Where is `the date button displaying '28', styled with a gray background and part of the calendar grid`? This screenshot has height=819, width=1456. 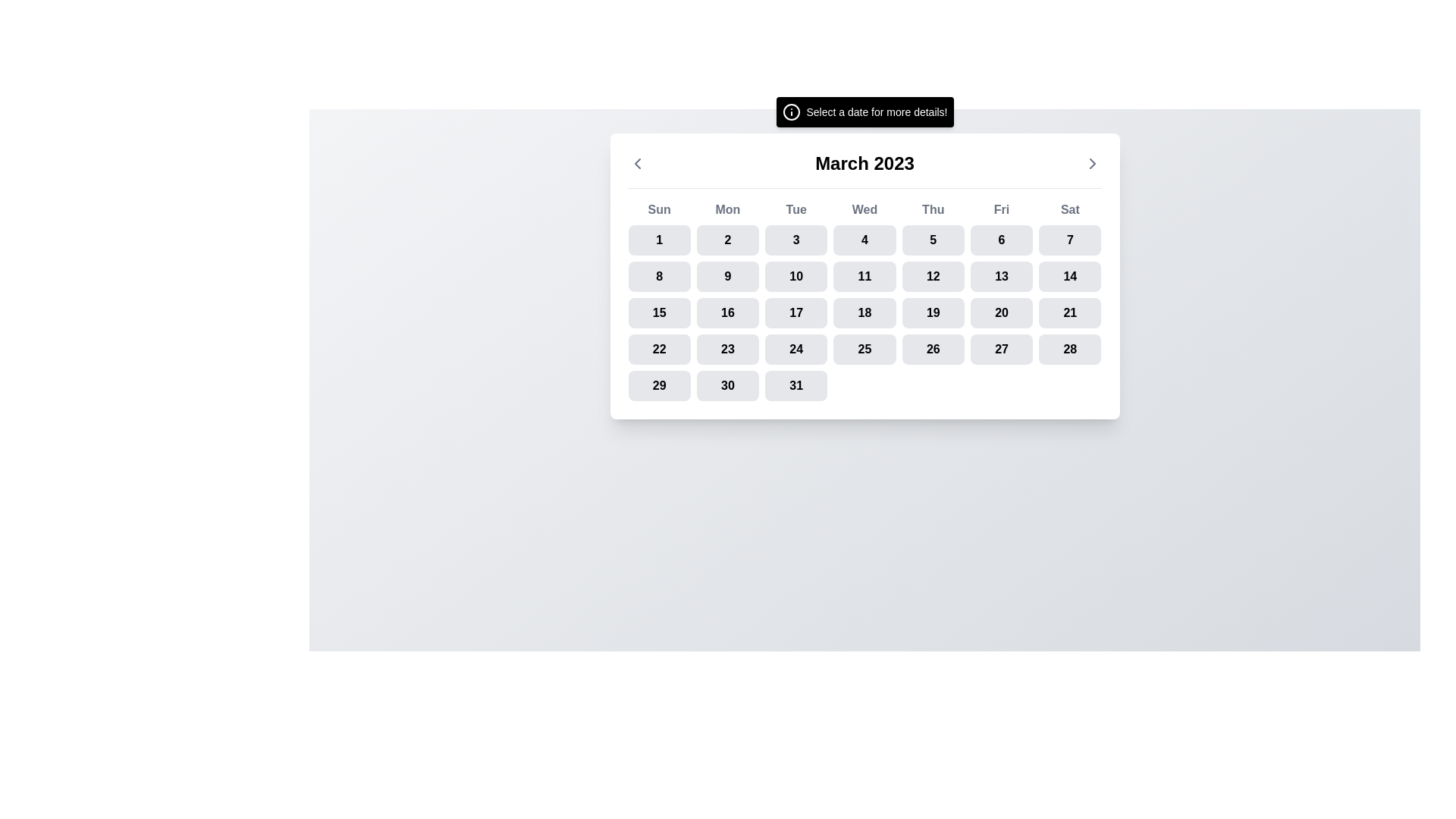
the date button displaying '28', styled with a gray background and part of the calendar grid is located at coordinates (1069, 350).